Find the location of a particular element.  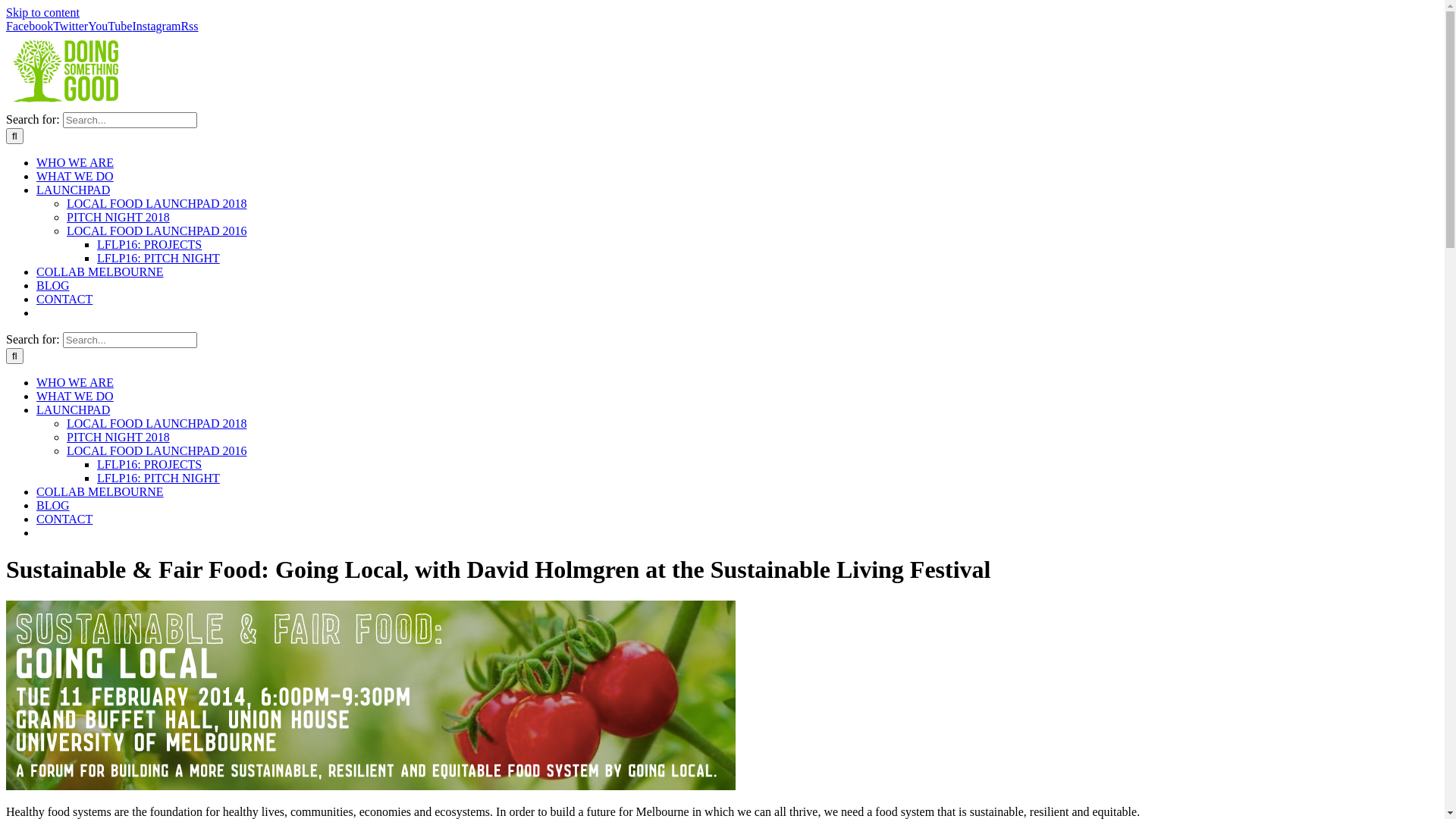

'PITCH NIGHT 2018' is located at coordinates (118, 437).